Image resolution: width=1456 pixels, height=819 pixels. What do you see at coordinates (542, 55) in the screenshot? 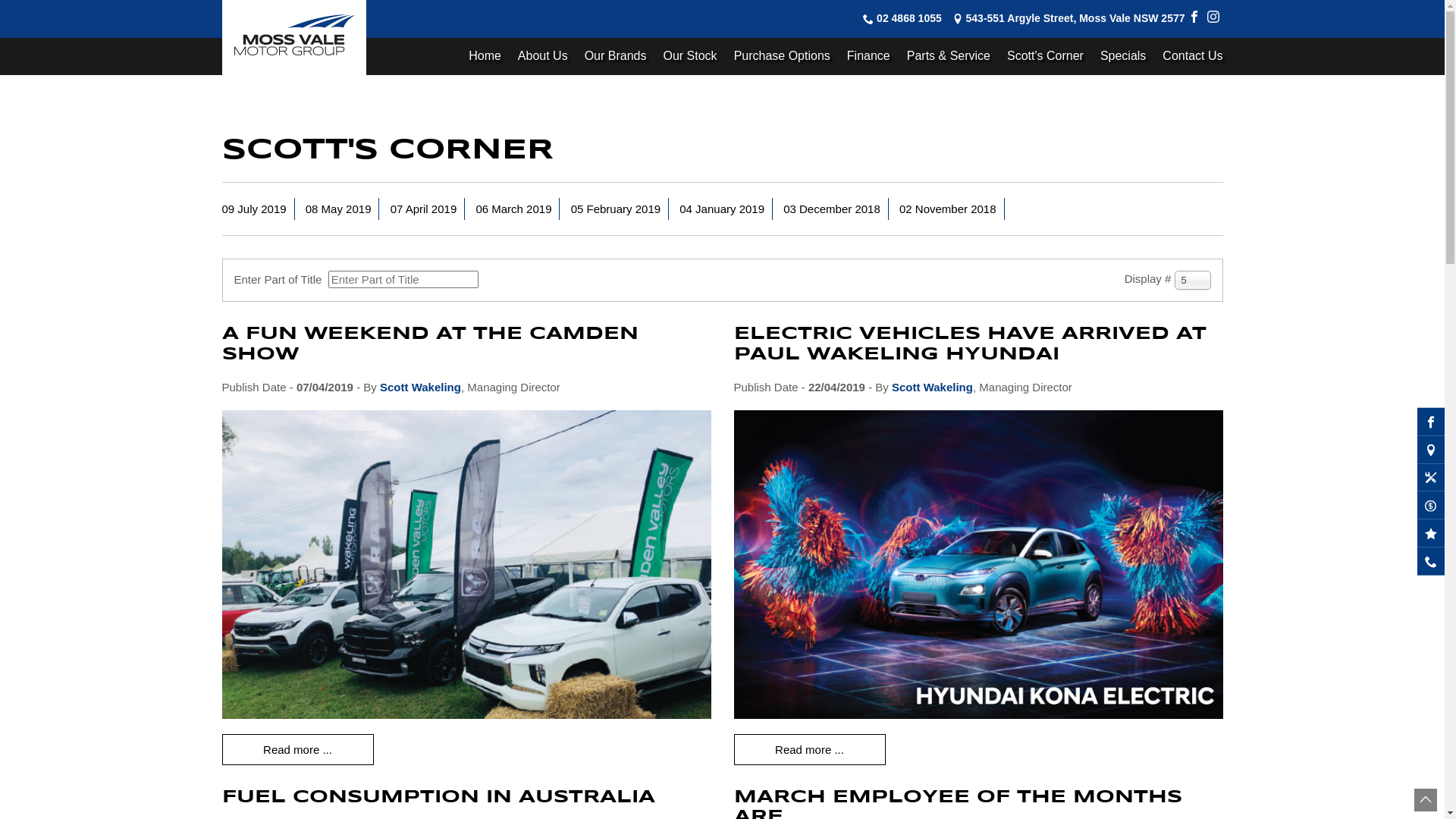
I see `'About Us'` at bounding box center [542, 55].